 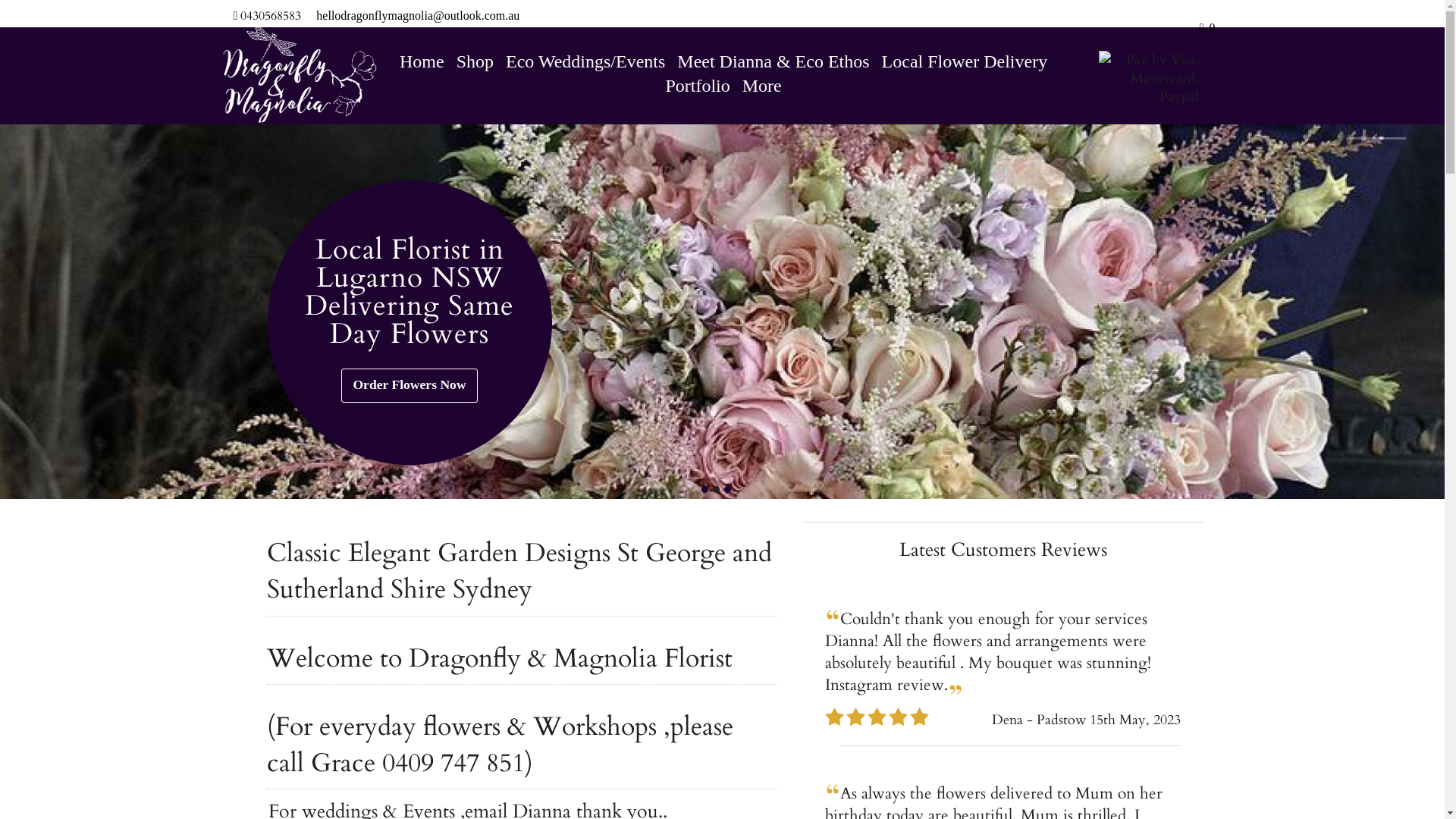 What do you see at coordinates (585, 61) in the screenshot?
I see `'Eco Weddings/Events'` at bounding box center [585, 61].